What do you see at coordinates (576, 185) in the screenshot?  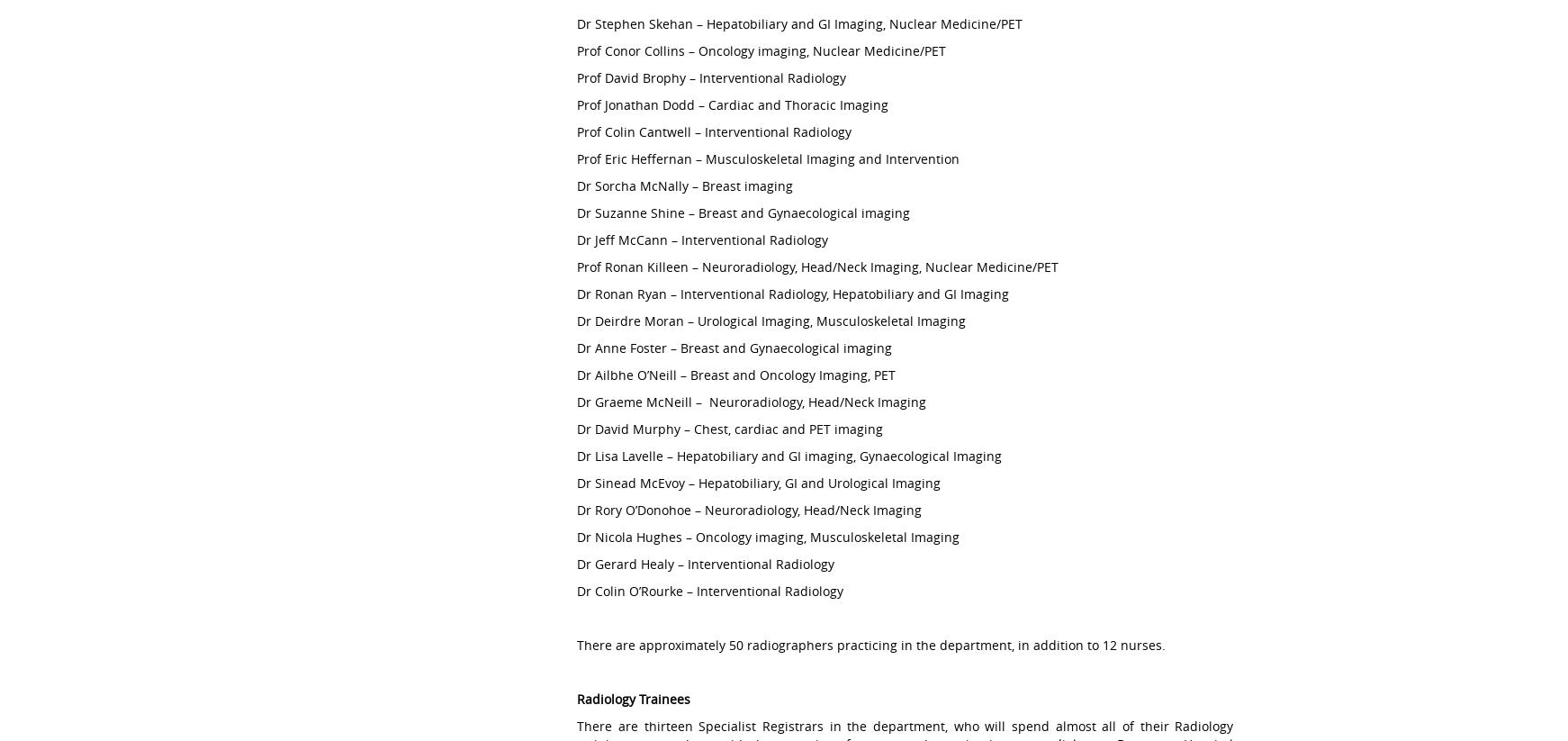 I see `'Dr Sorcha McNally – Breast imaging'` at bounding box center [576, 185].